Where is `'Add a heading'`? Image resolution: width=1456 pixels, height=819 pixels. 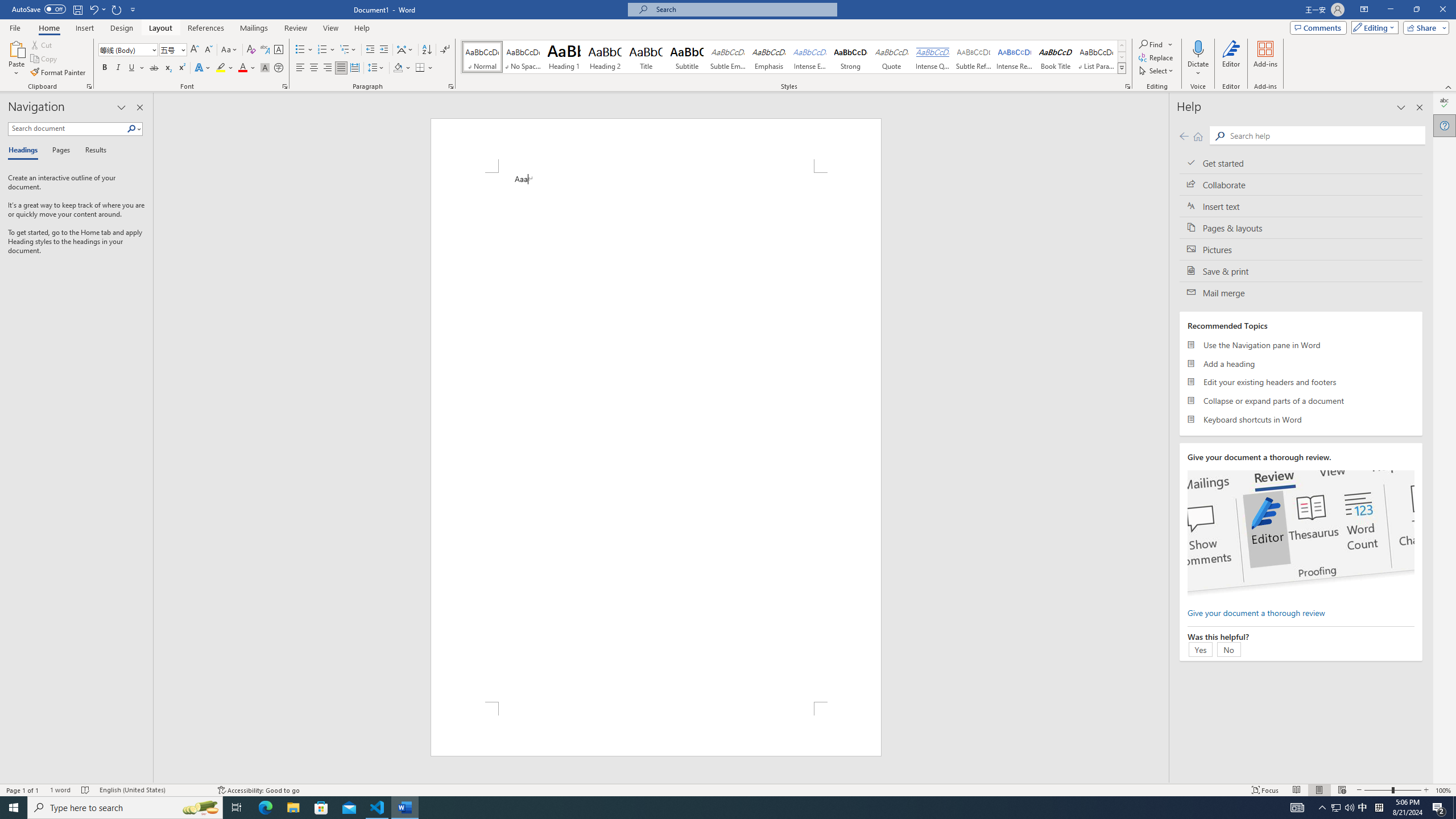
'Add a heading' is located at coordinates (1300, 363).